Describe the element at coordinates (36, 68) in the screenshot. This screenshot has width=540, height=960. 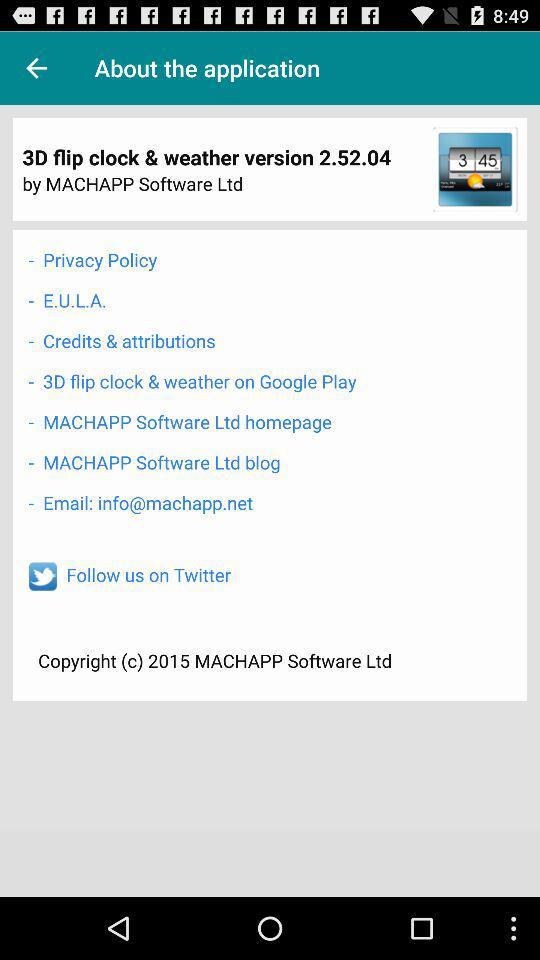
I see `back option` at that location.